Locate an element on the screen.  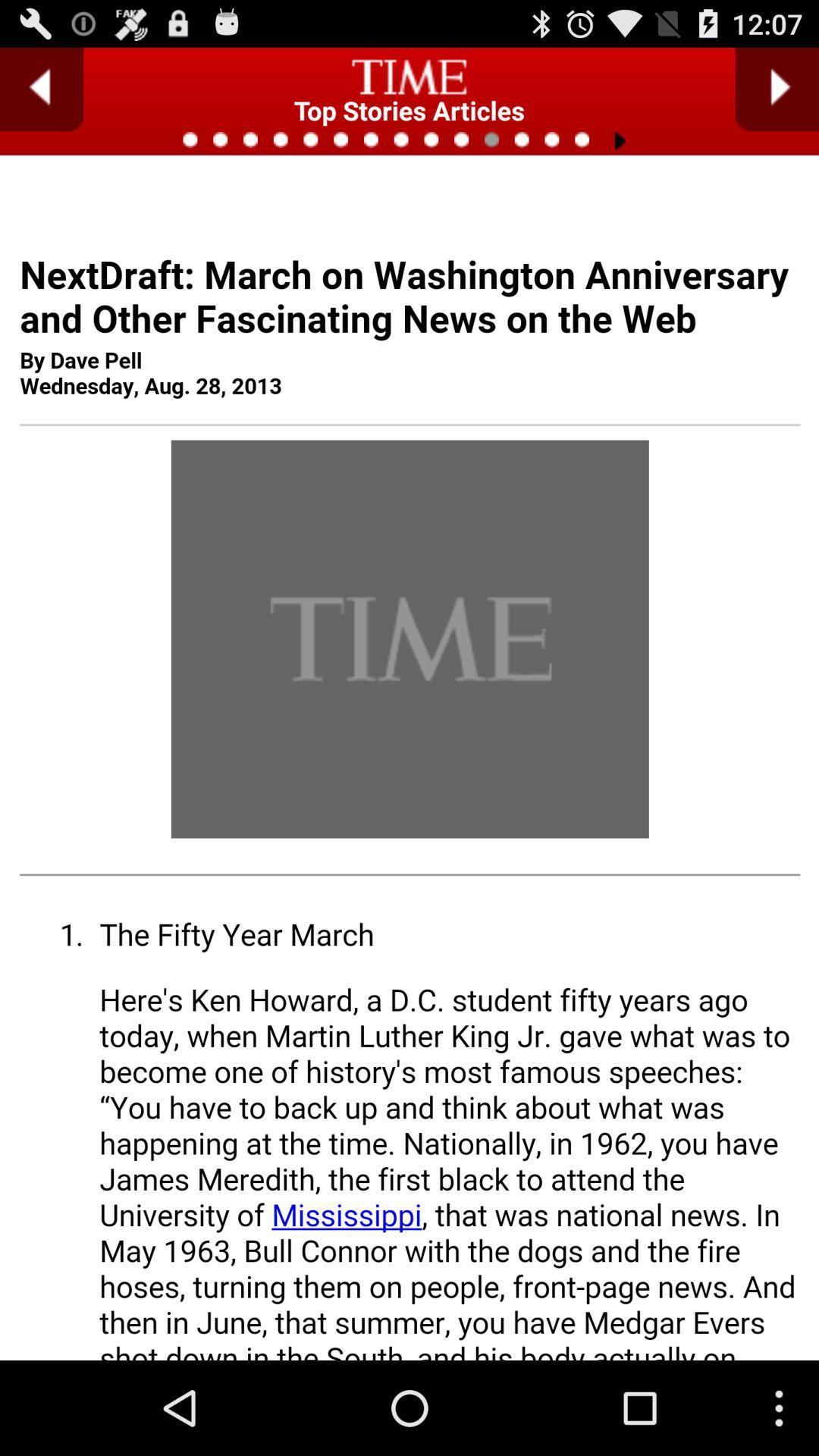
the icon at the center is located at coordinates (409, 807).